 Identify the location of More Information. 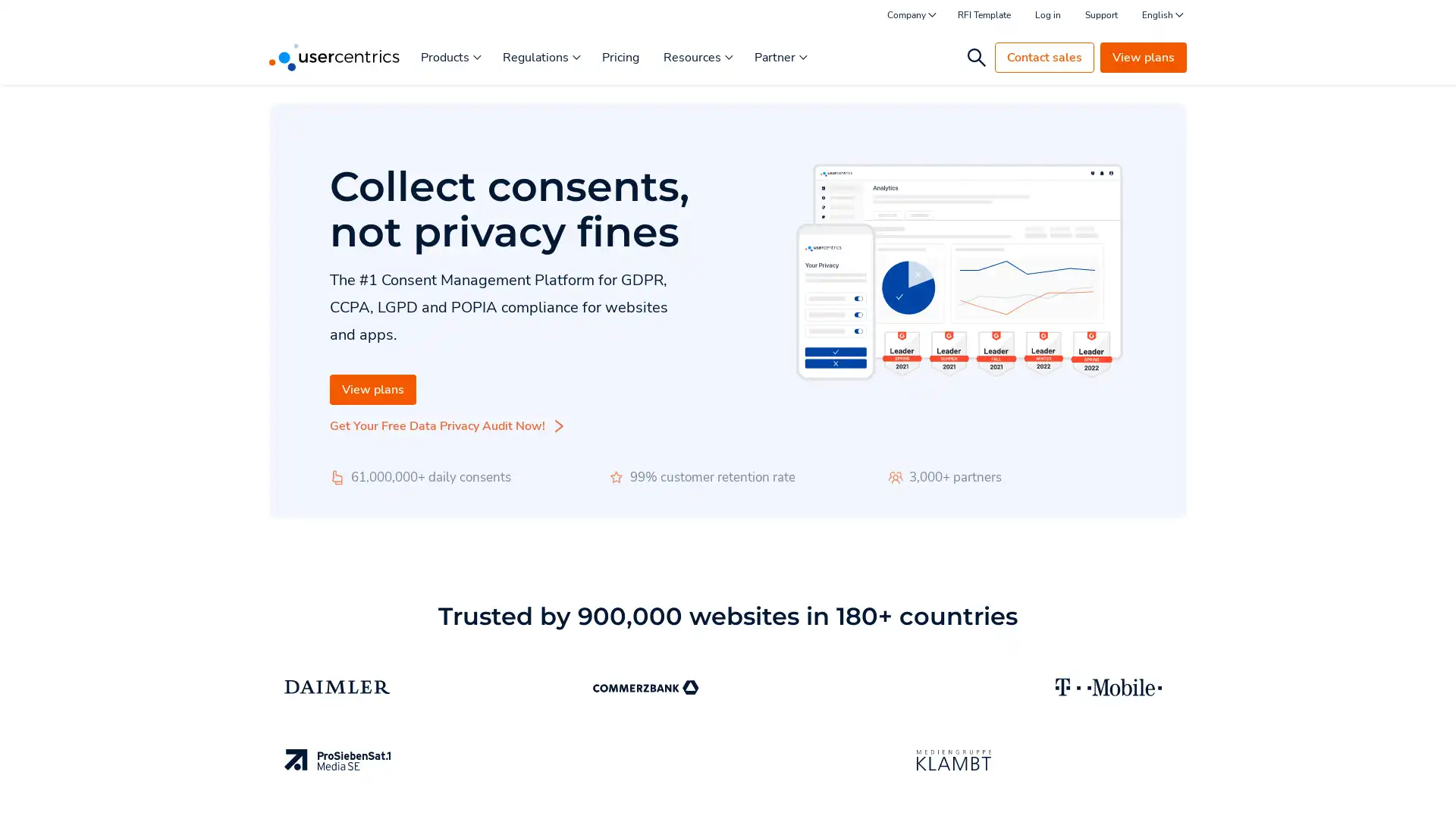
(192, 773).